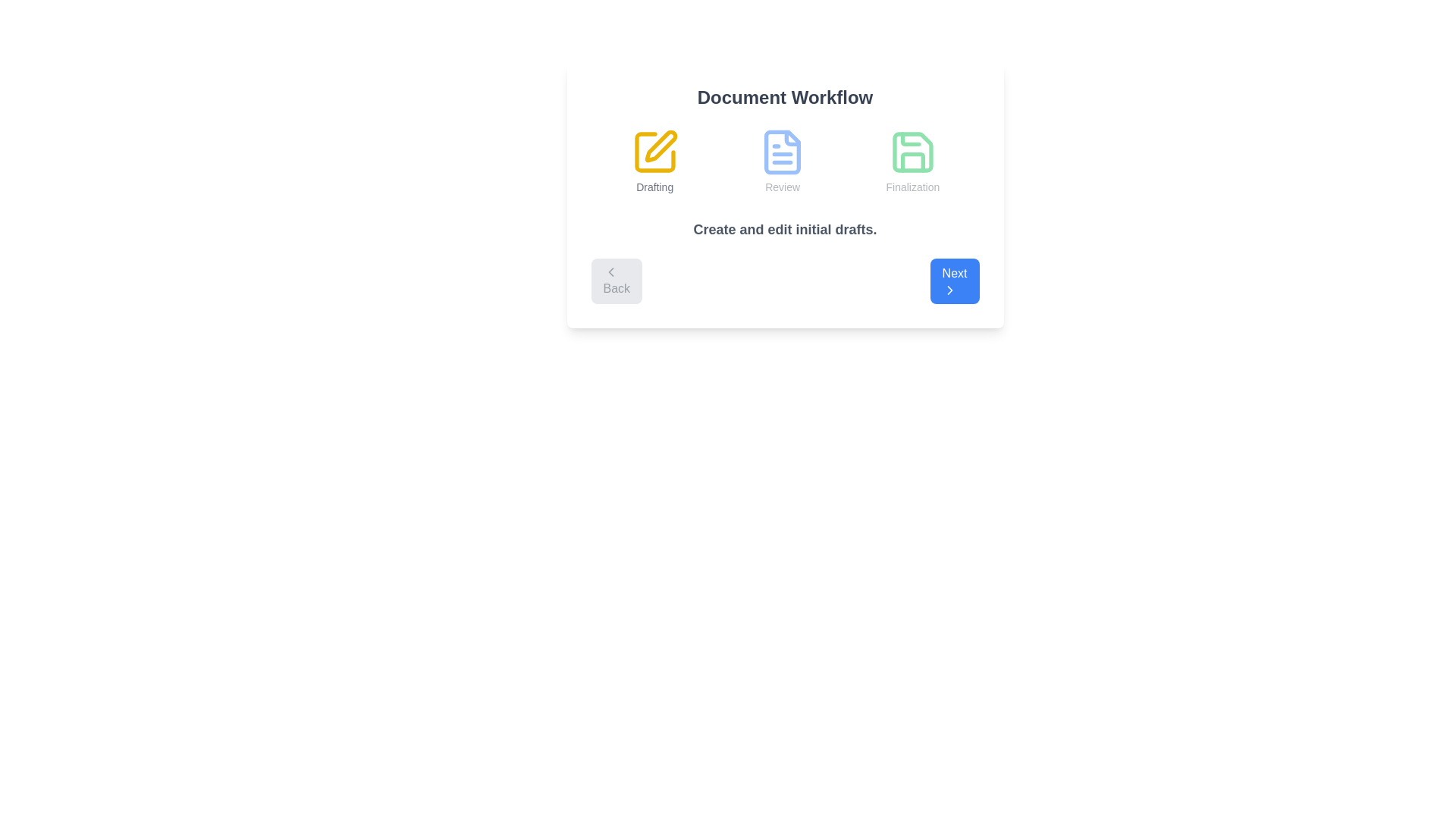  I want to click on the static text label displaying 'Create and edit initial drafts.' which is centered above the 'Back' and 'Next' buttons, so click(785, 230).